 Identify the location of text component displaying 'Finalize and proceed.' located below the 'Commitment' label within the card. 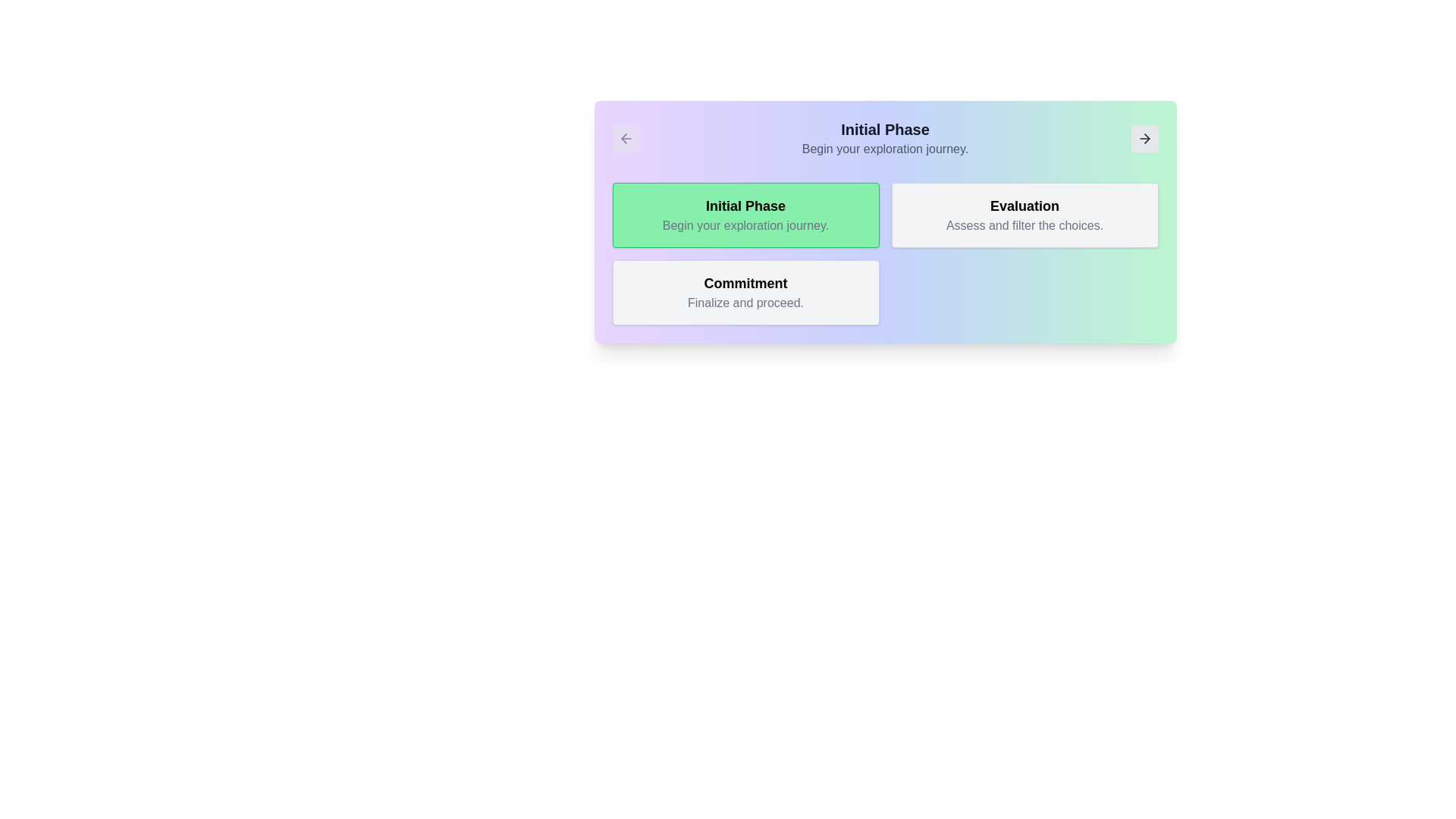
(745, 303).